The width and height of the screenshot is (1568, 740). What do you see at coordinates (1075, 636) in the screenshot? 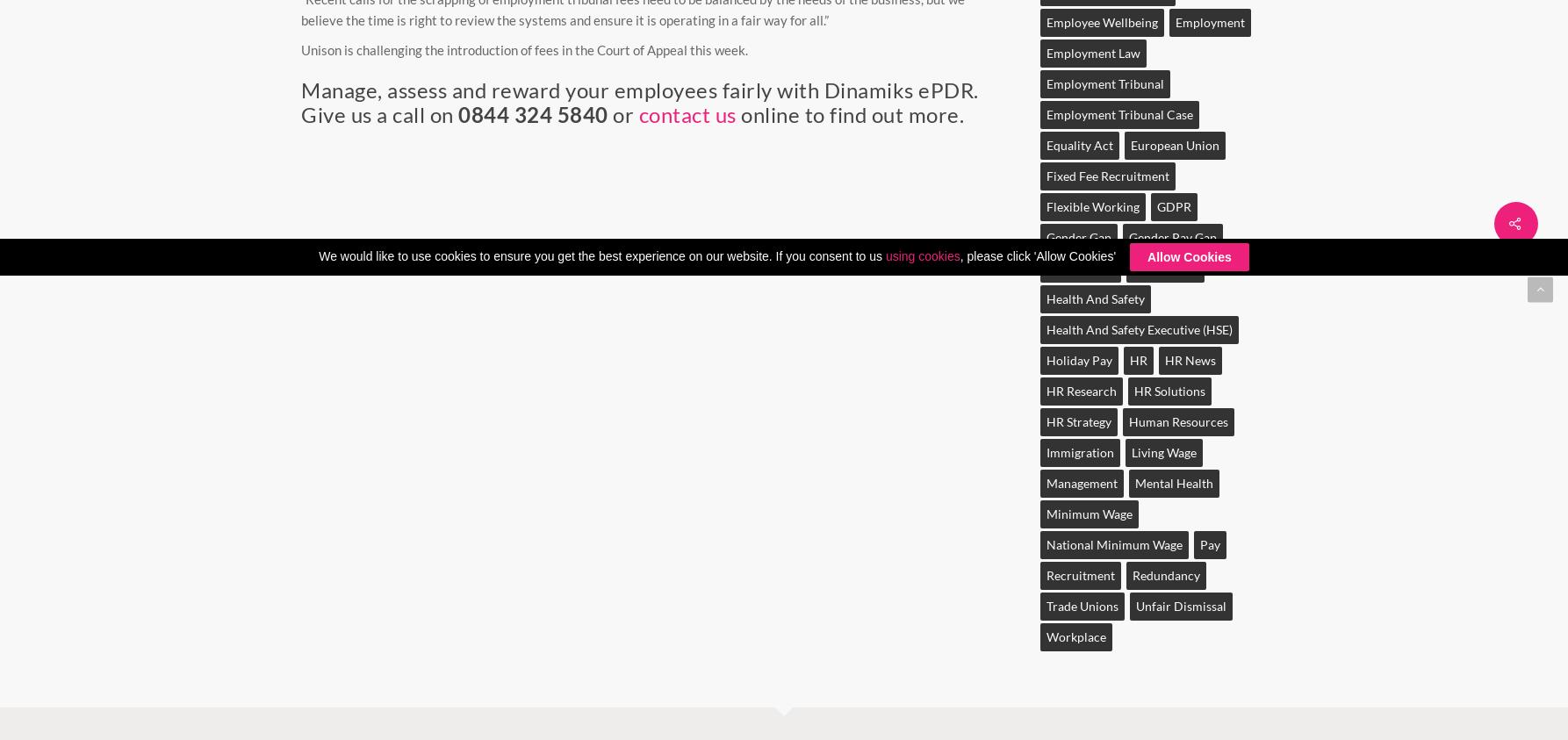
I see `'Workplace'` at bounding box center [1075, 636].